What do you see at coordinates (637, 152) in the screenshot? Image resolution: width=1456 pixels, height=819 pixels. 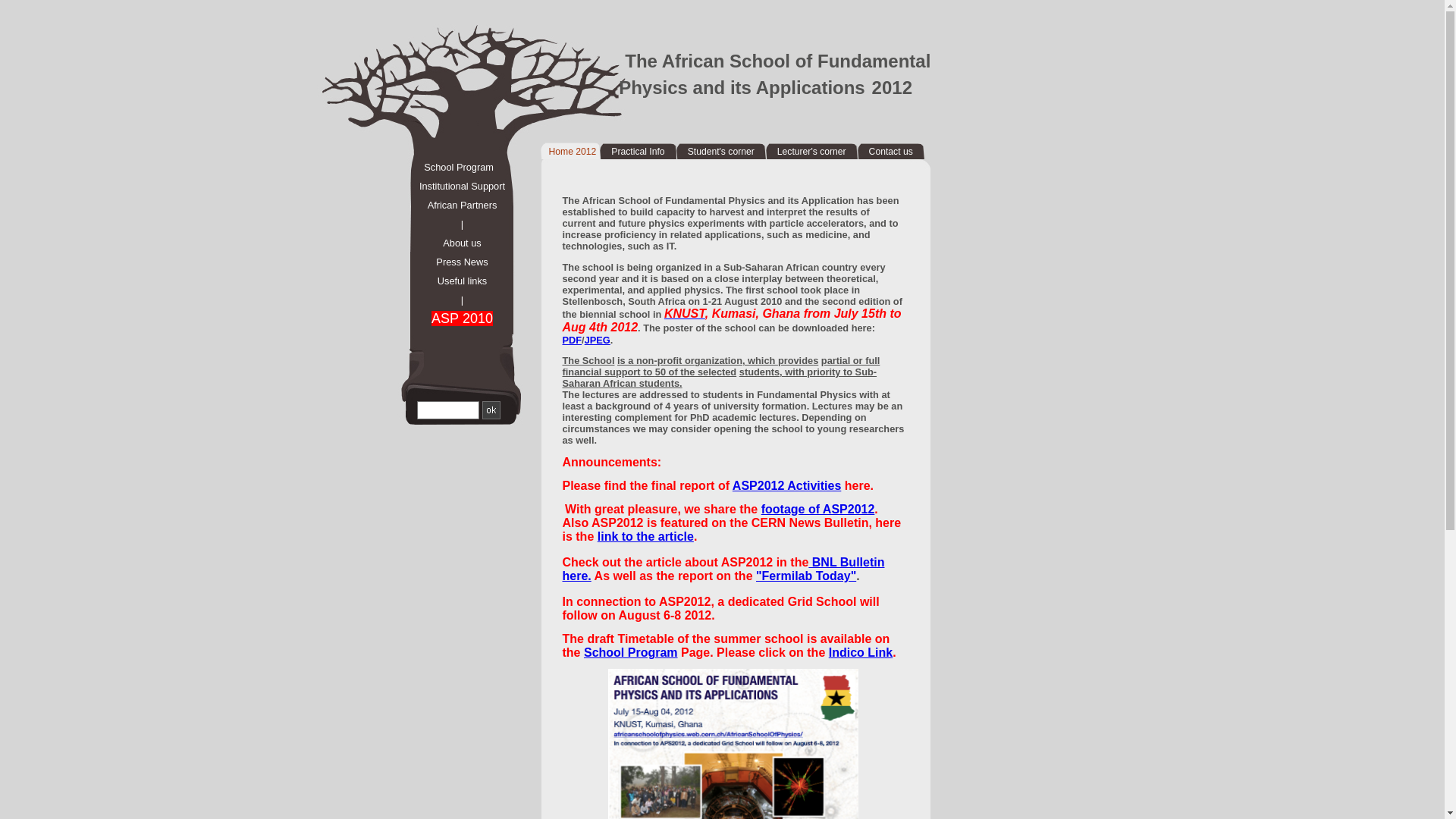 I see `'Practical Info'` at bounding box center [637, 152].